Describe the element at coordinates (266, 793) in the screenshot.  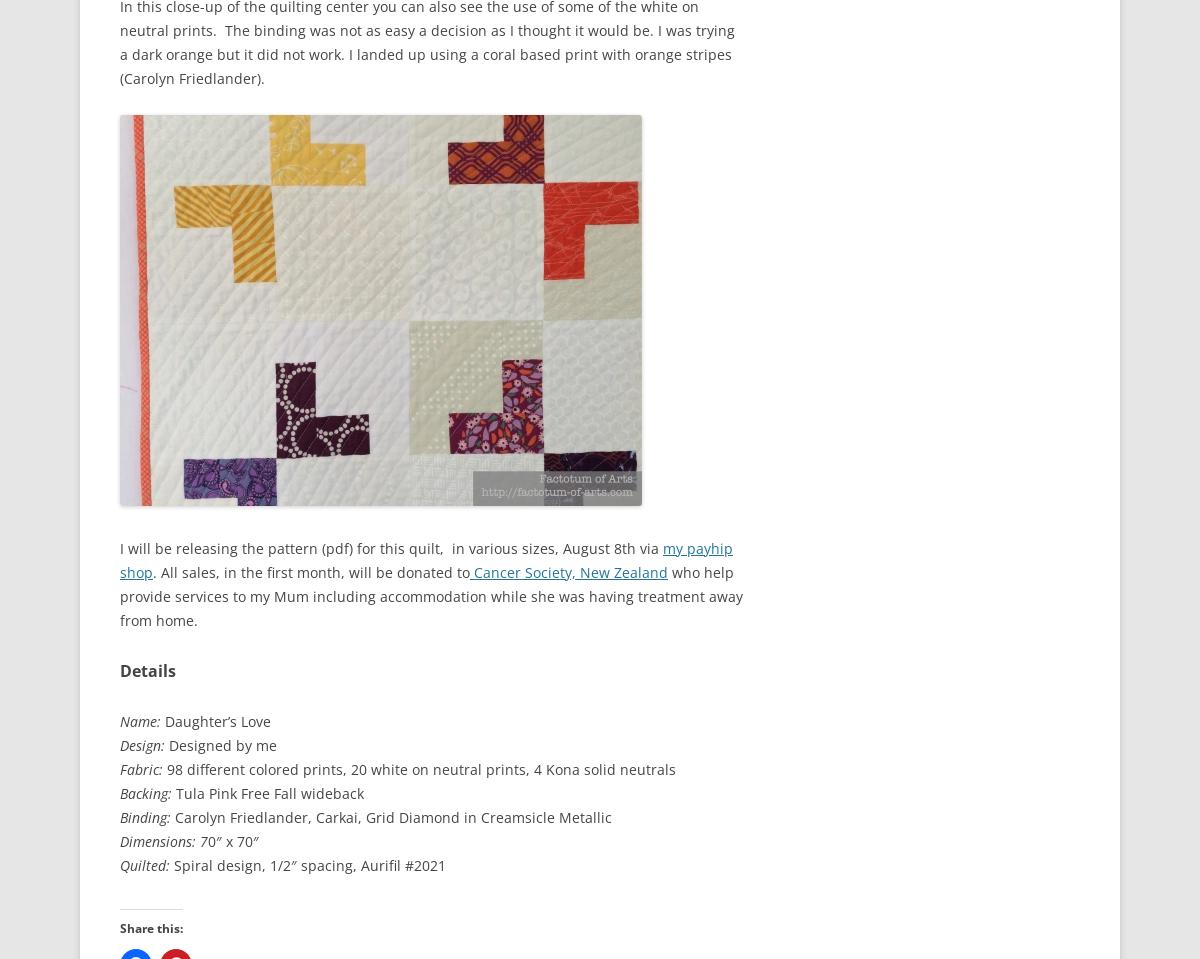
I see `'Tula Pink Free Fall wideback'` at that location.